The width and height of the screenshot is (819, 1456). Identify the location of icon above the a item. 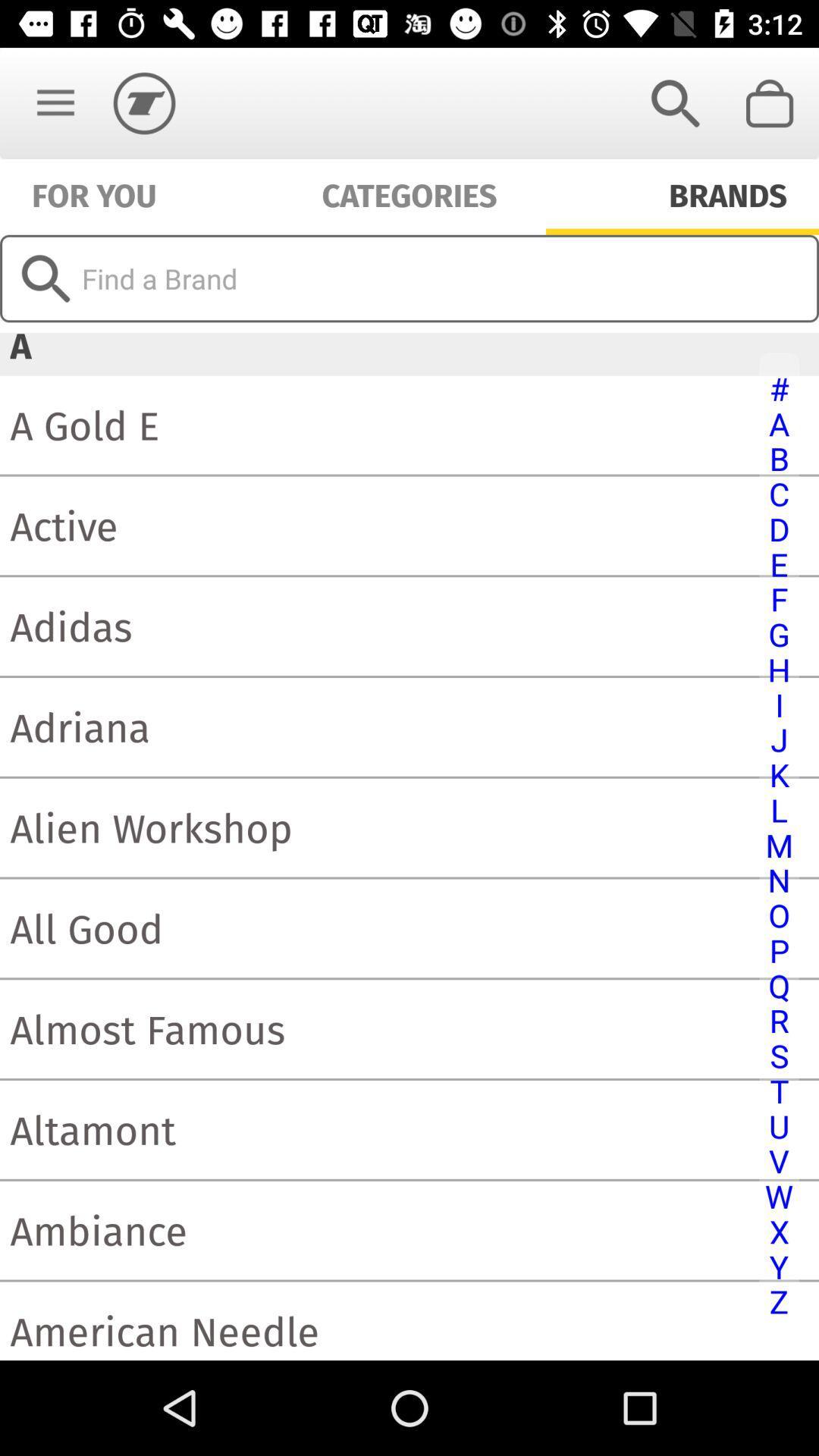
(409, 278).